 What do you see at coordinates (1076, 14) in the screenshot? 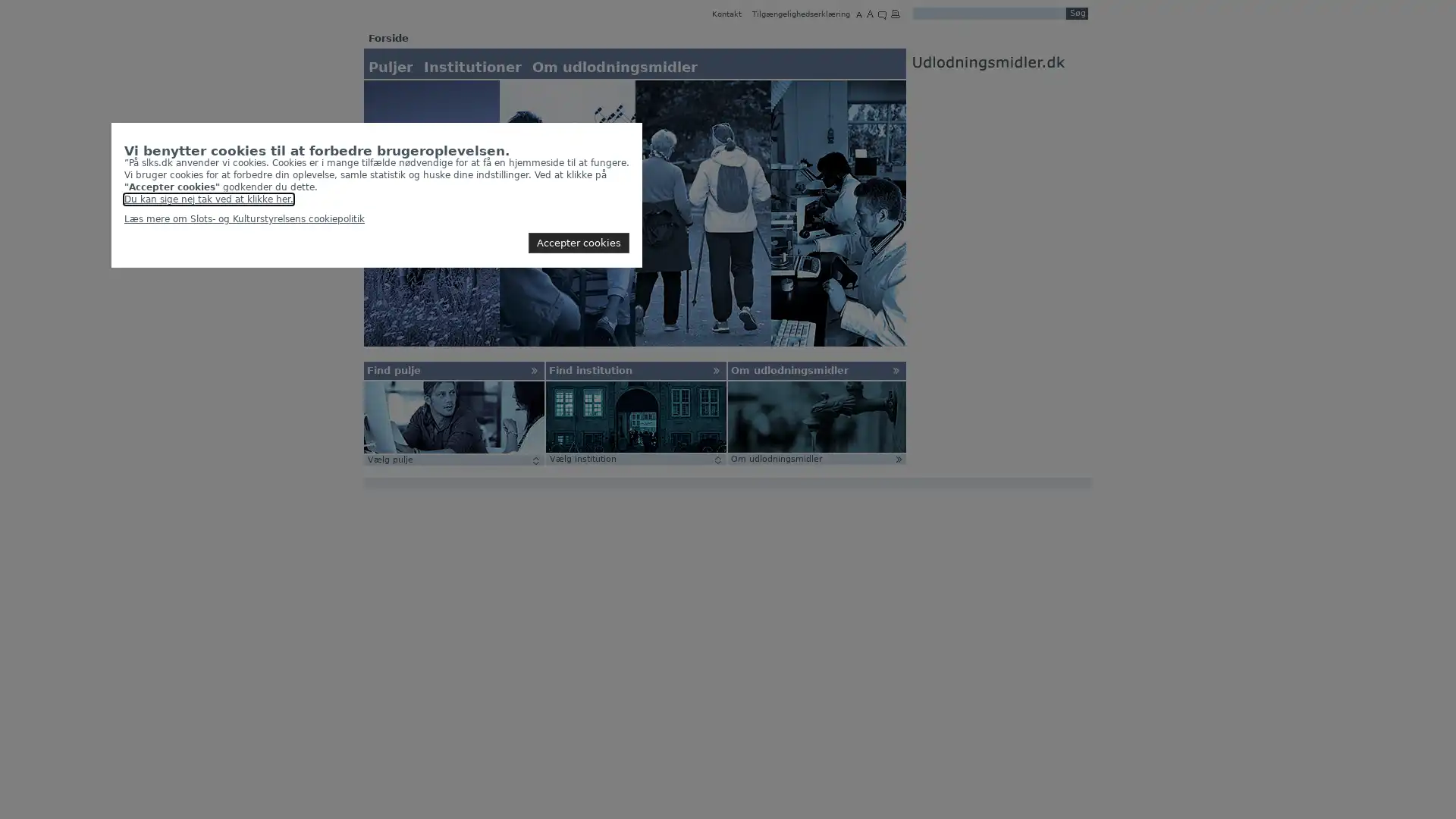
I see `Sg` at bounding box center [1076, 14].